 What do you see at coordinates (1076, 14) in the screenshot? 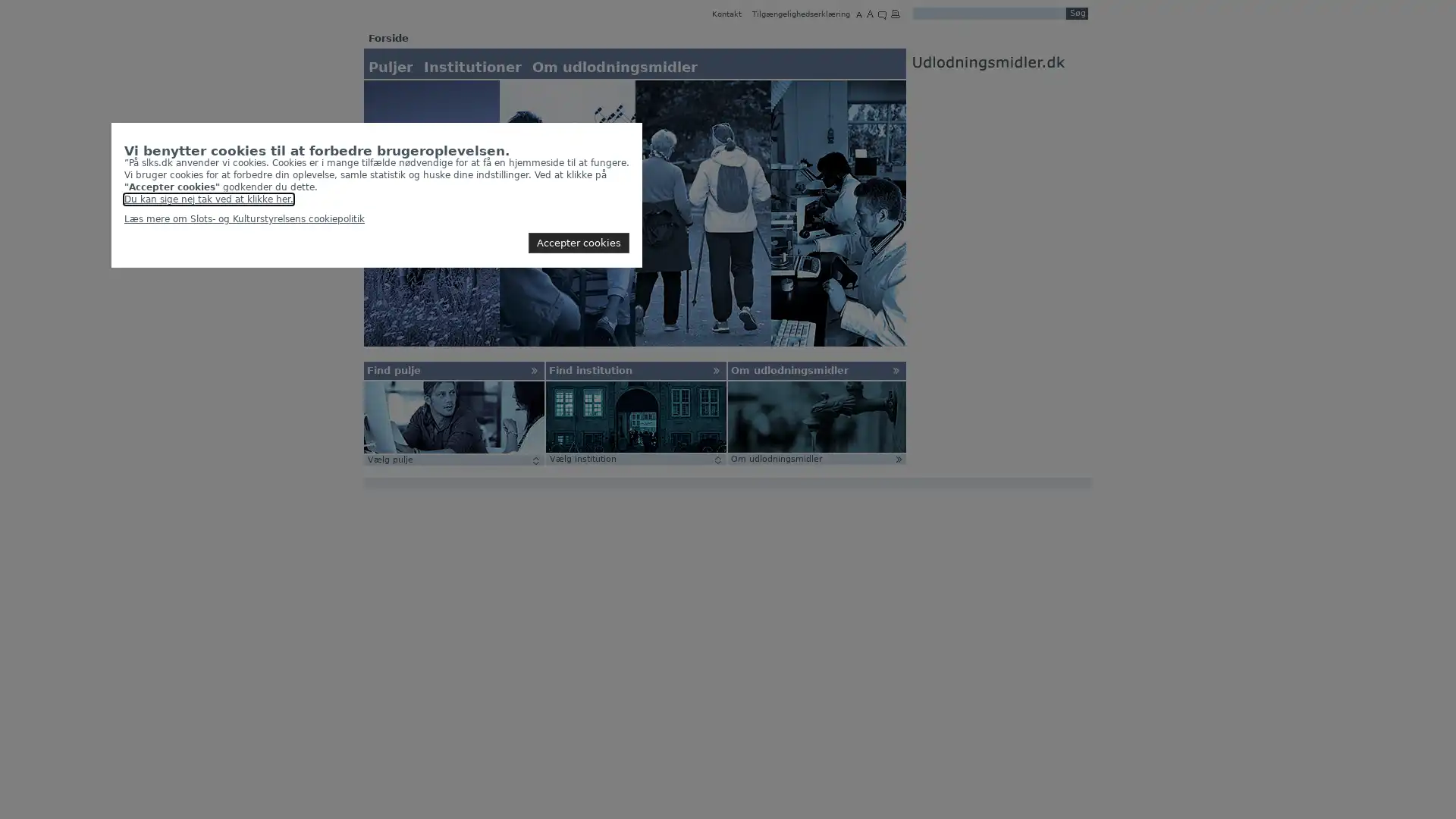
I see `Sg` at bounding box center [1076, 14].